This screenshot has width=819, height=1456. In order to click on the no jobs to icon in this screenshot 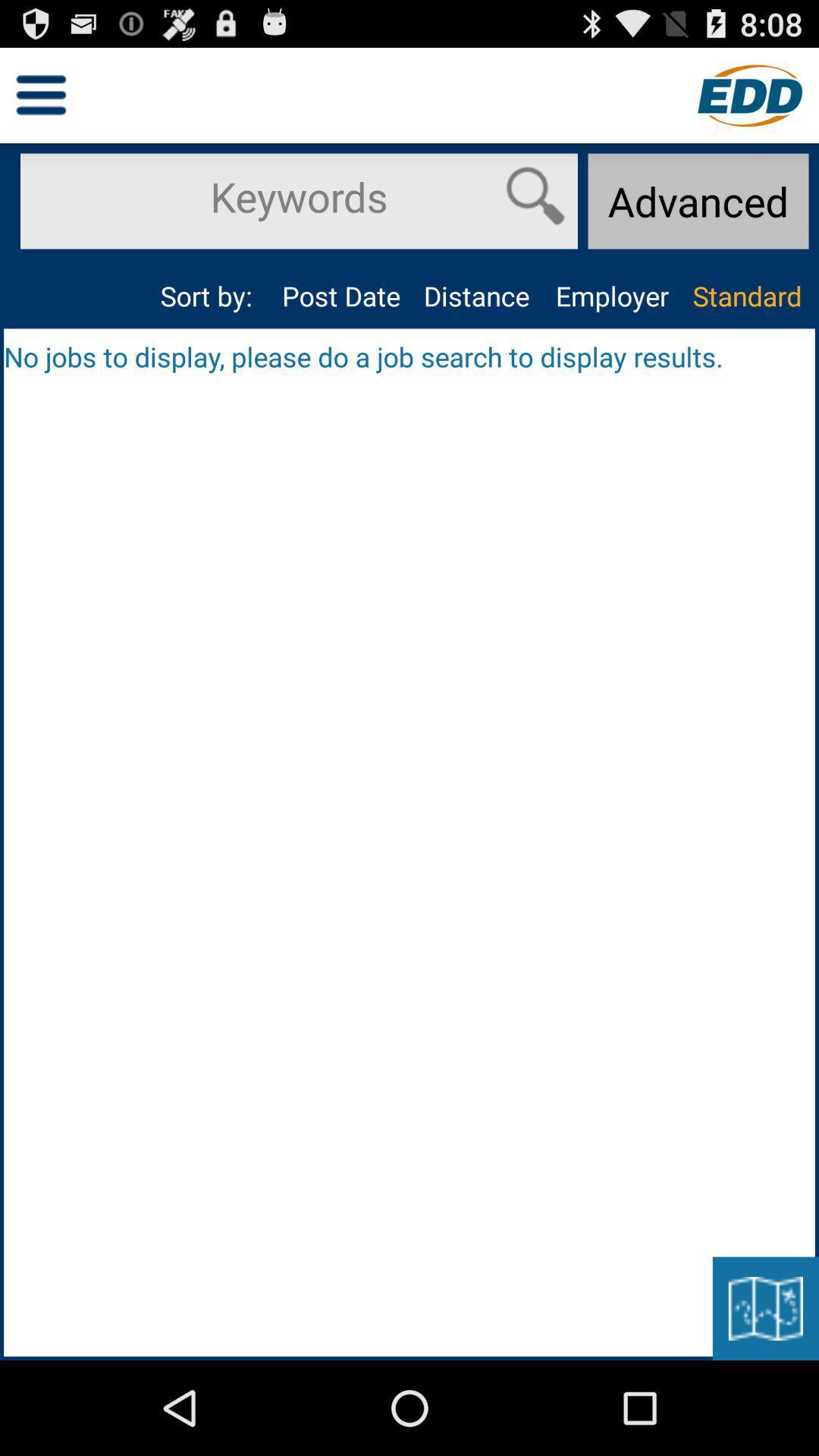, I will do `click(409, 356)`.